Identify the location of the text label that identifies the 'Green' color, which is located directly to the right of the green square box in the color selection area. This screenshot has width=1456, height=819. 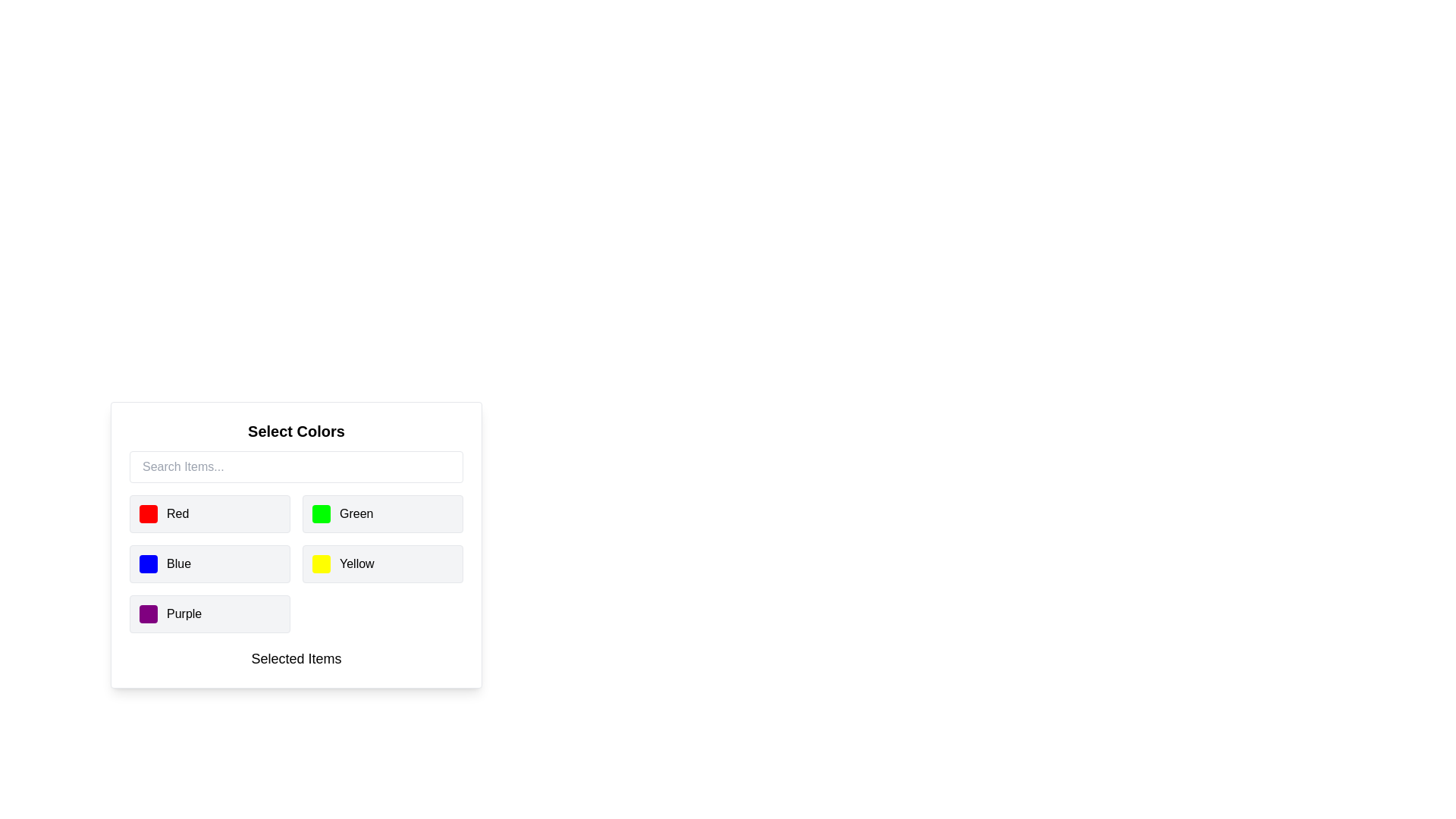
(356, 513).